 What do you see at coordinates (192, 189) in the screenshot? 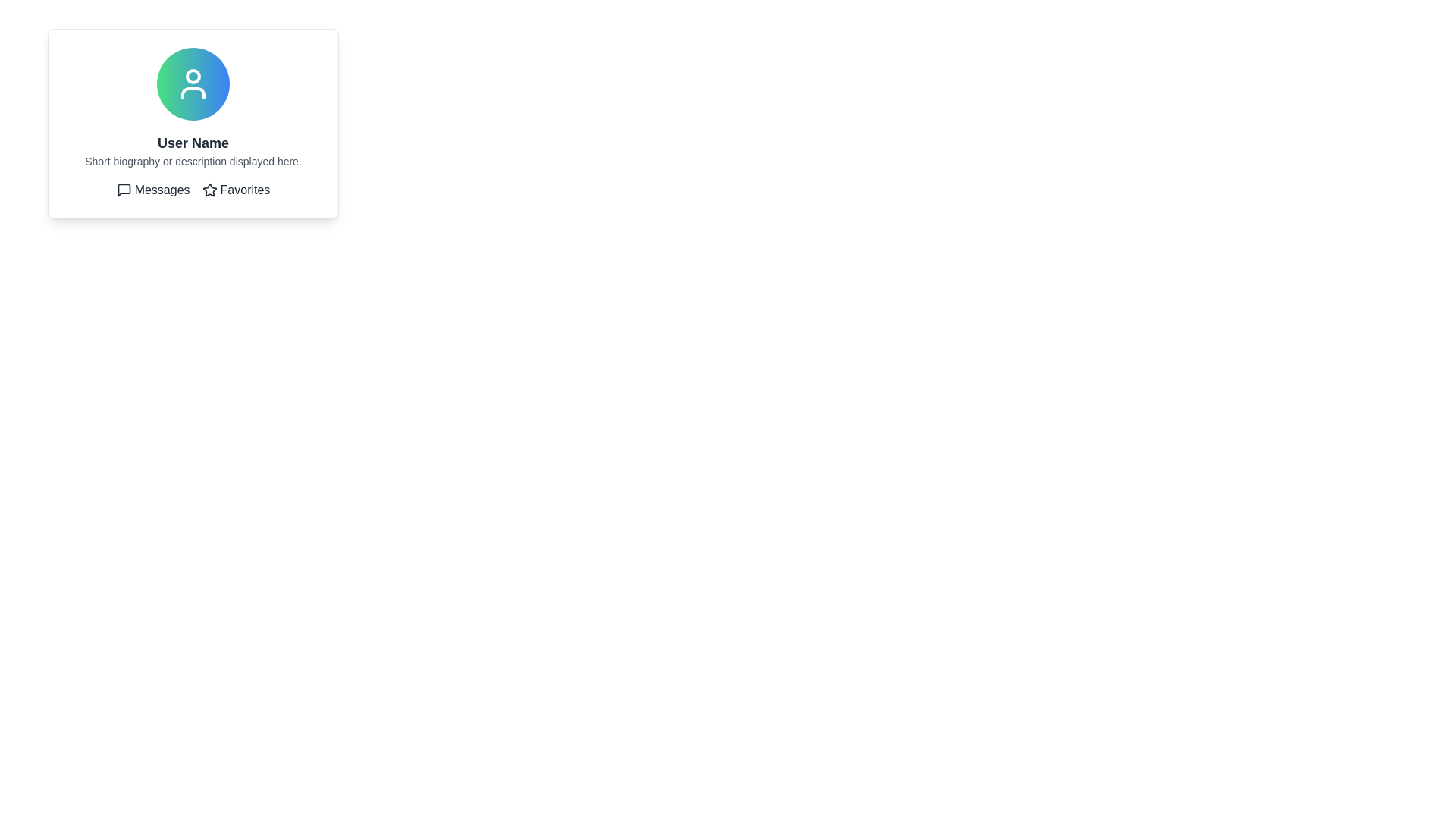
I see `the navigation or action bar icons or text located at the bottom of the user profile card, specifically positioned below the user name and biography` at bounding box center [192, 189].